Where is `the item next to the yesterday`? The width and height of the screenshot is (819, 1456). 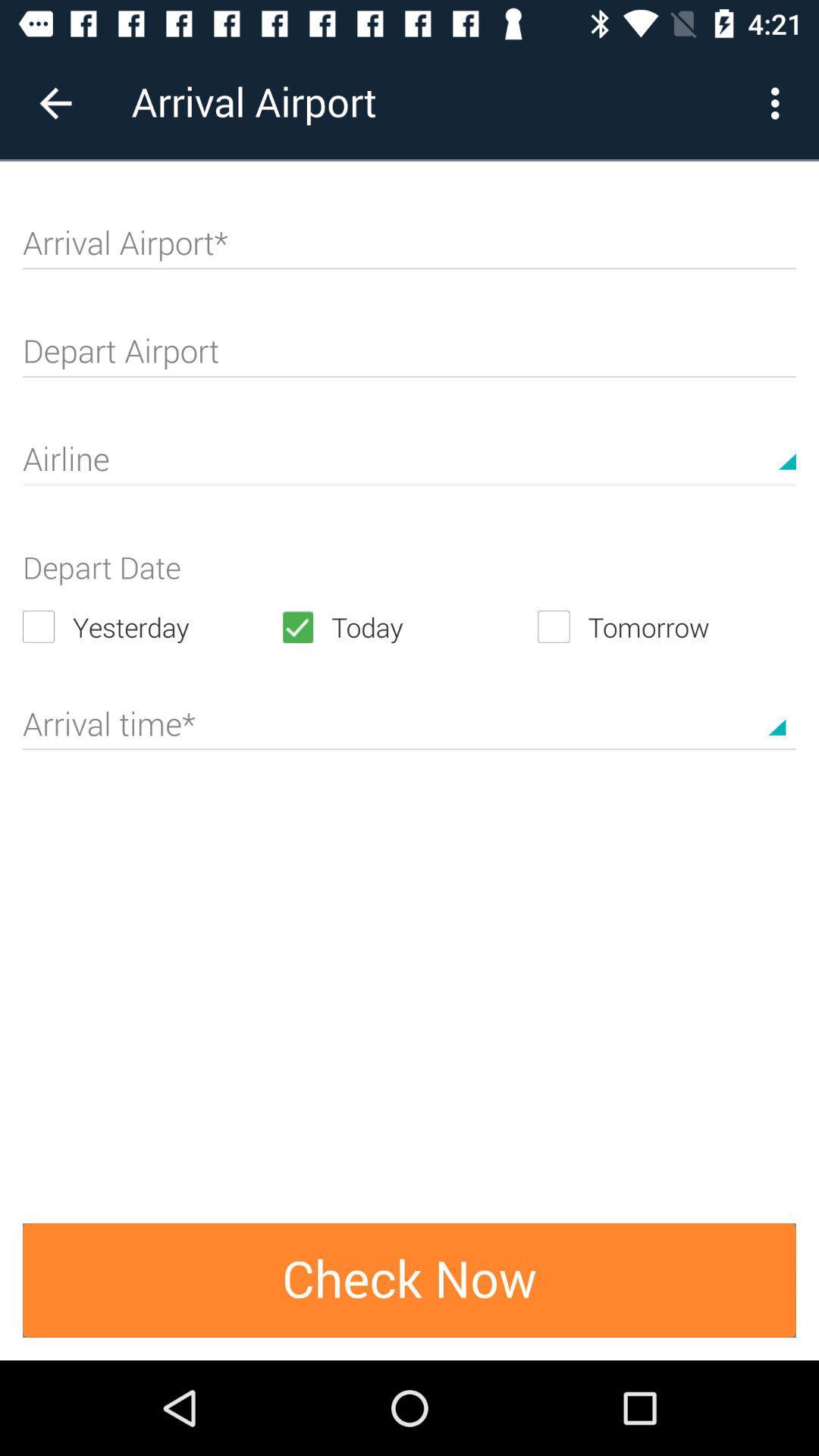
the item next to the yesterday is located at coordinates (408, 626).